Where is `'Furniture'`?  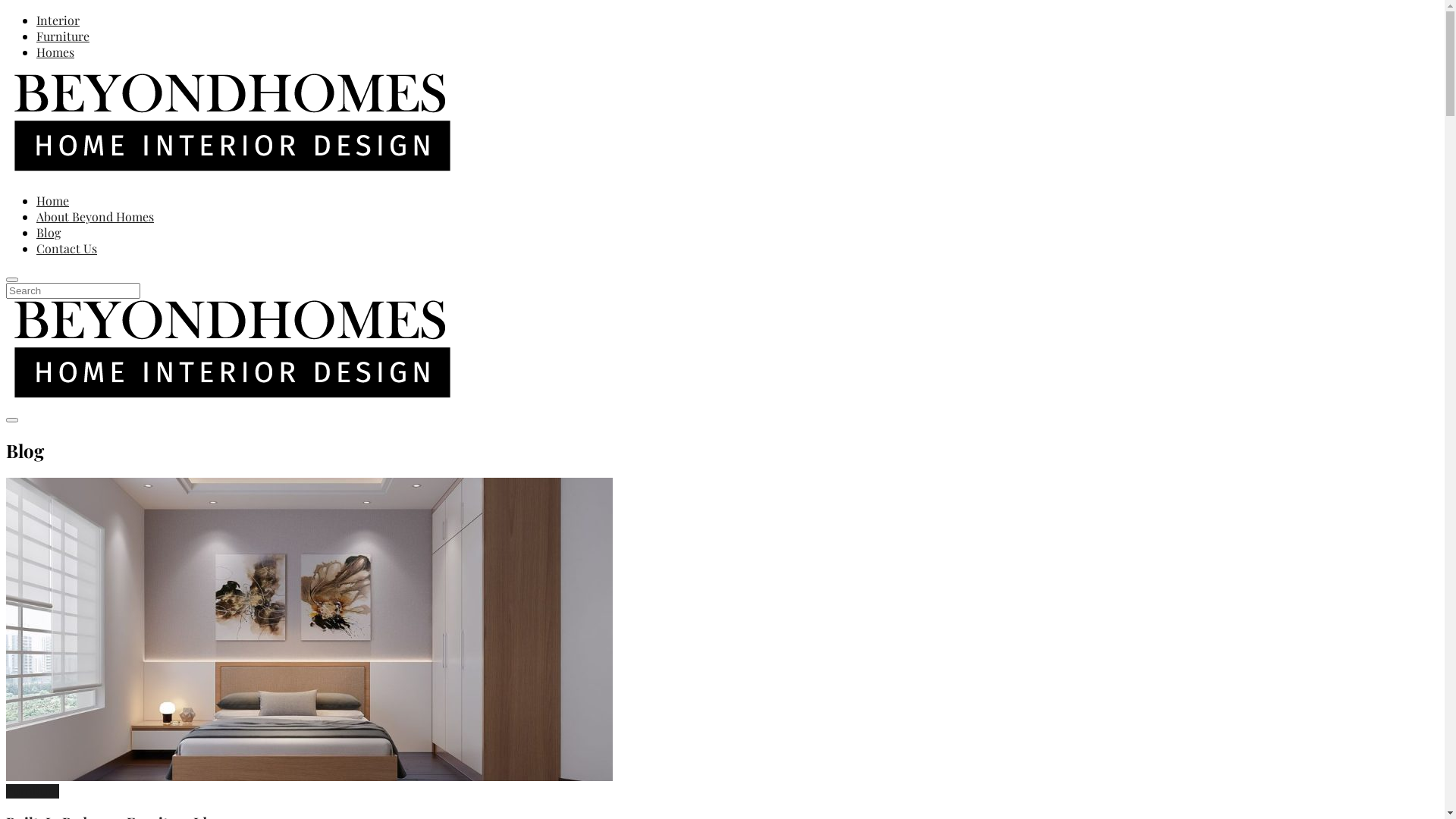 'Furniture' is located at coordinates (33, 790).